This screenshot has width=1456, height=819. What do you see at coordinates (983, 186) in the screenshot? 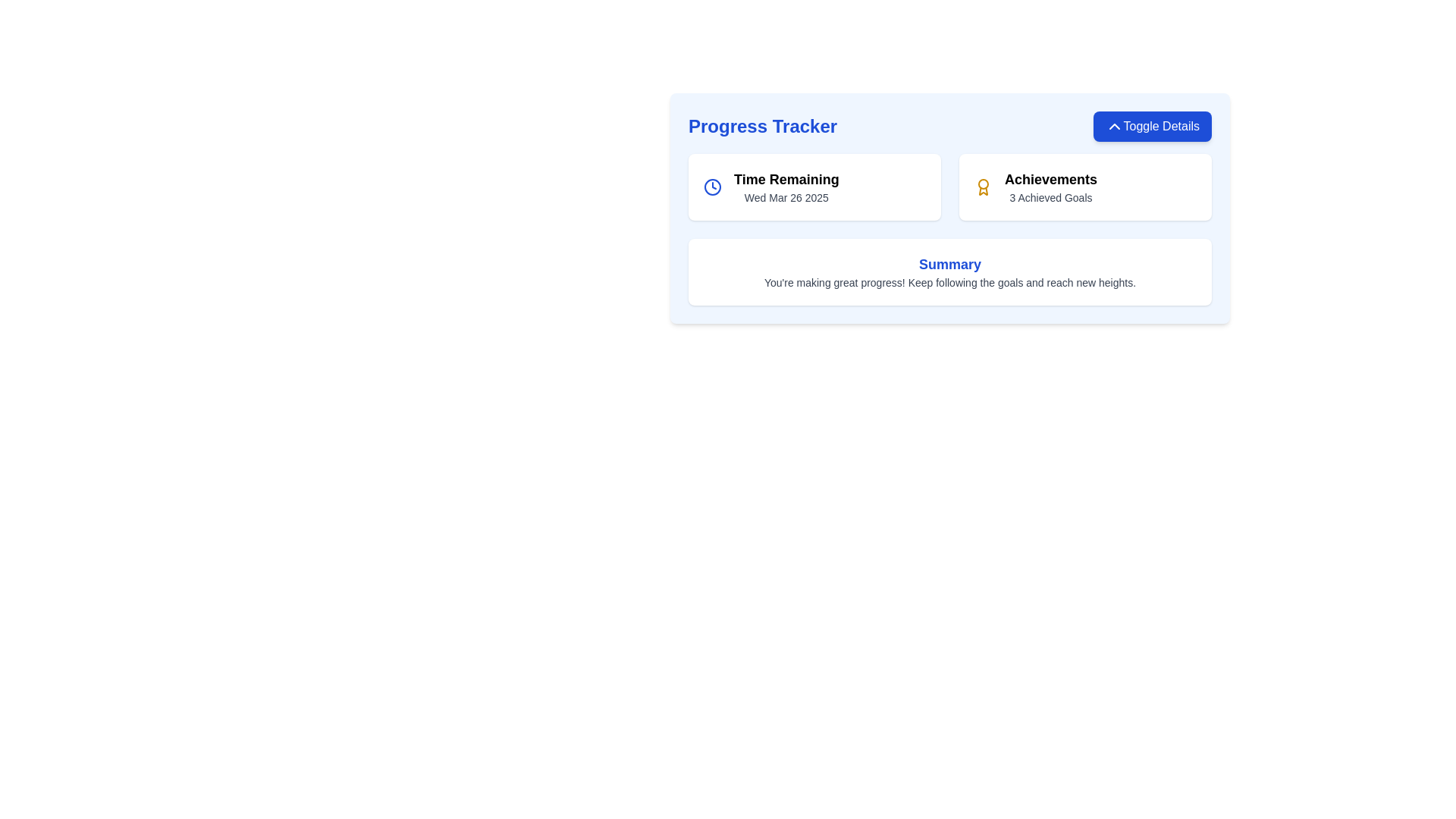
I see `the yellow award icon situated next to the 'Achievements' heading in the white rounded card, which is located before the text '3 Achieved Goals'` at bounding box center [983, 186].